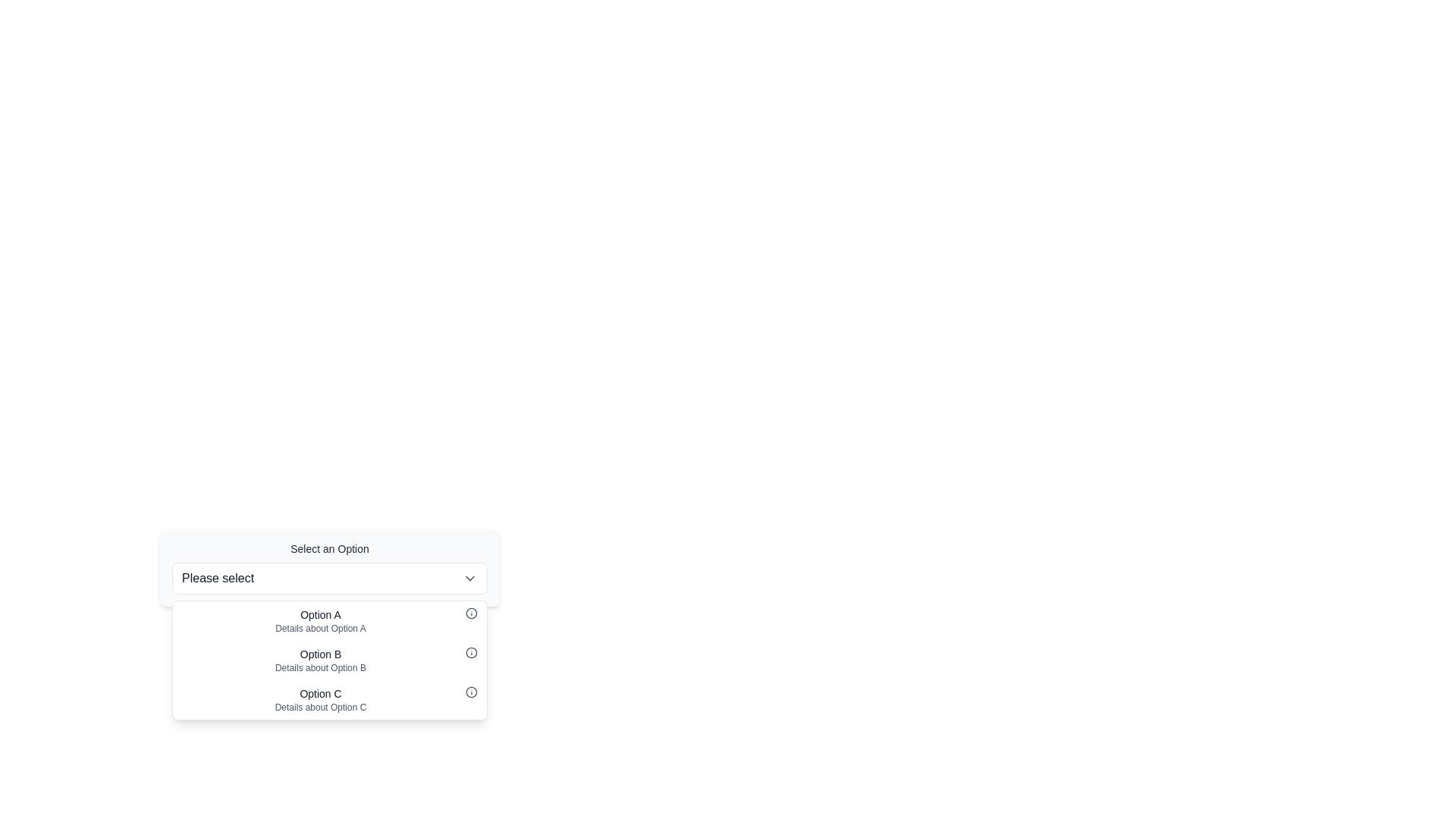 This screenshot has width=1456, height=819. Describe the element at coordinates (329, 660) in the screenshot. I see `the second option in the dropdown menu, which represents 'Option B'` at that location.